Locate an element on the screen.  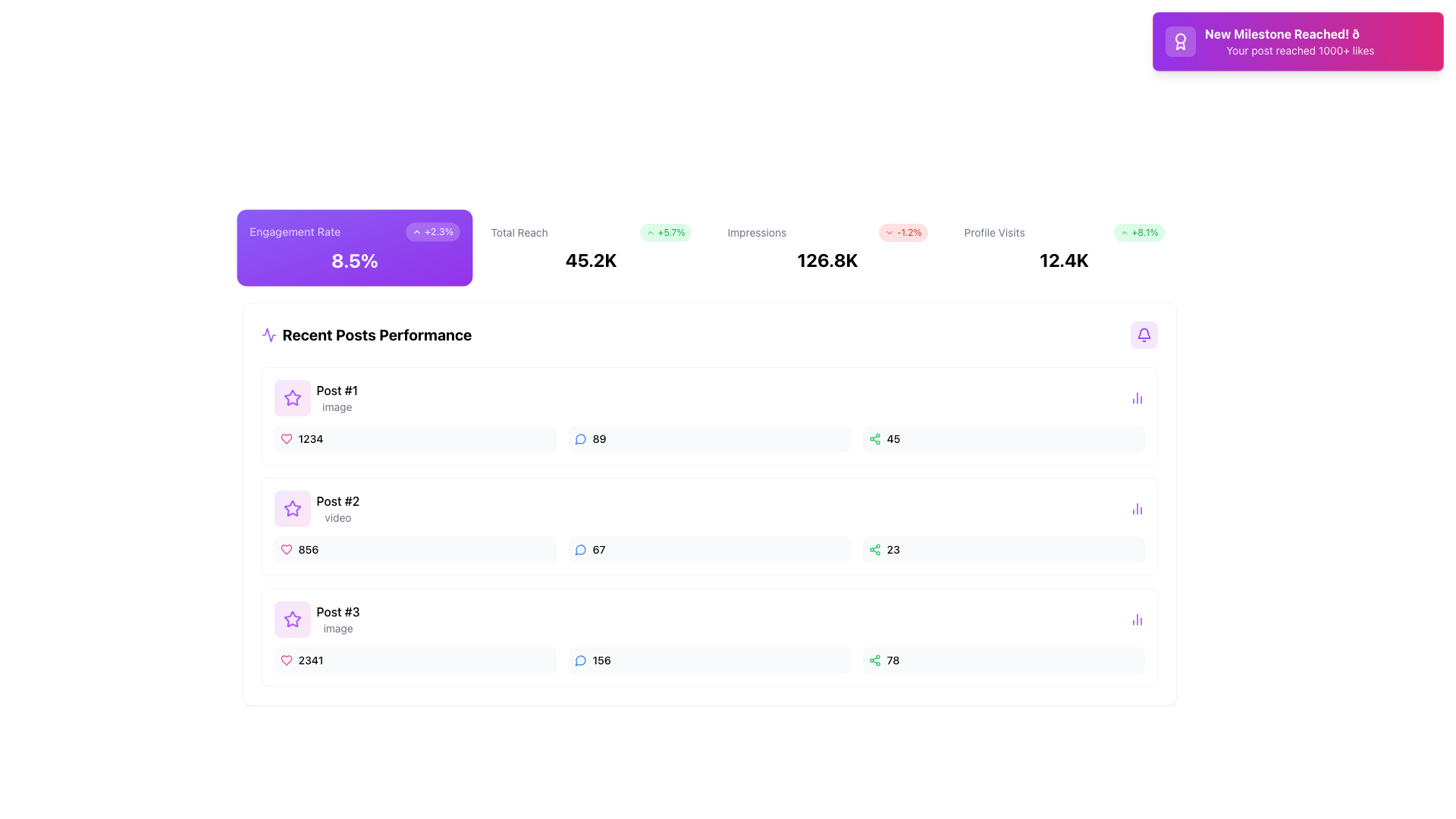
the purple notification bell icon button located at the top-right corner of the 'Recent Posts Performance' section to interact with notifications is located at coordinates (1144, 334).